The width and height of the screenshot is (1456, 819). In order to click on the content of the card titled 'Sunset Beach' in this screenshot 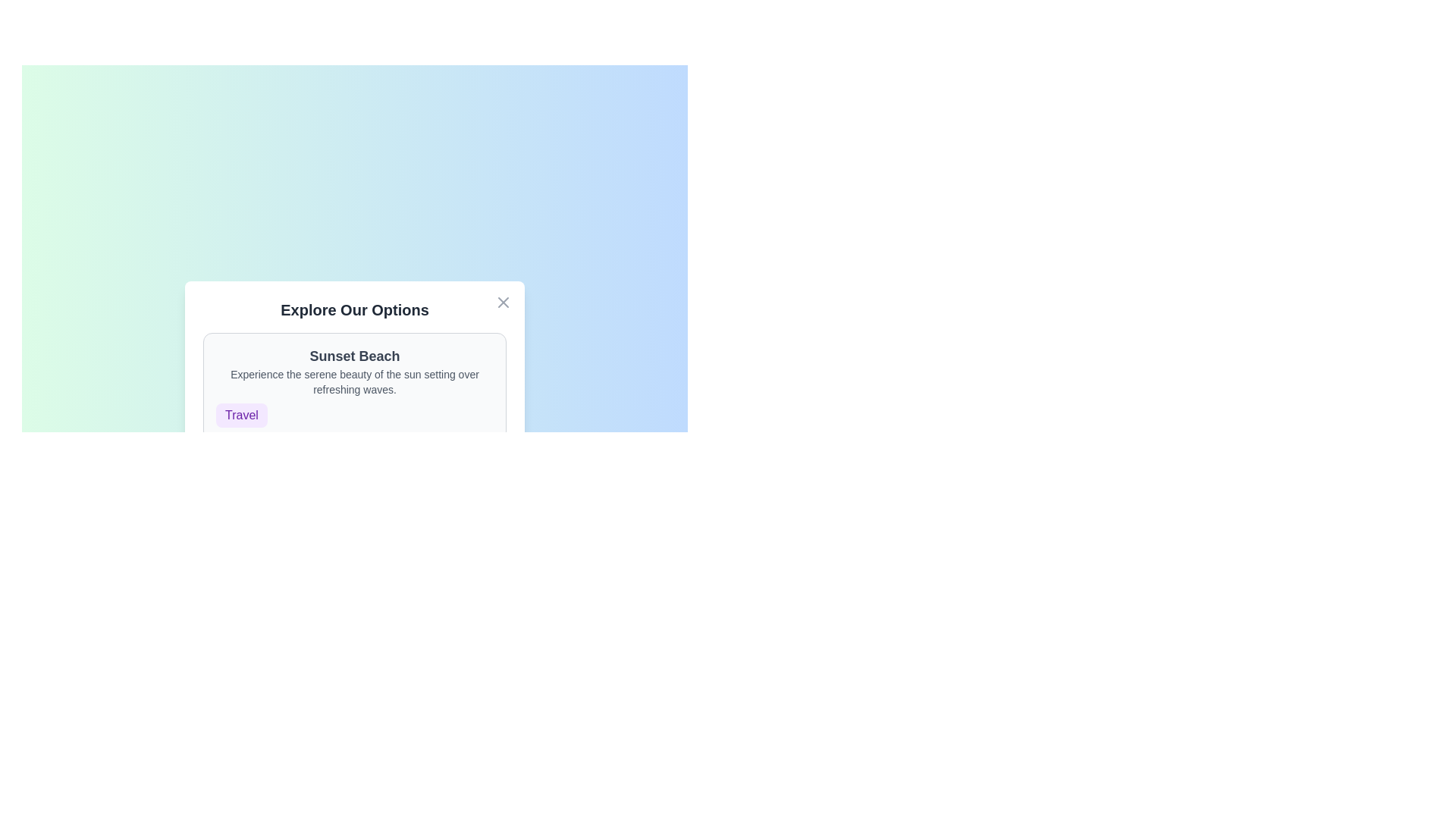, I will do `click(353, 385)`.